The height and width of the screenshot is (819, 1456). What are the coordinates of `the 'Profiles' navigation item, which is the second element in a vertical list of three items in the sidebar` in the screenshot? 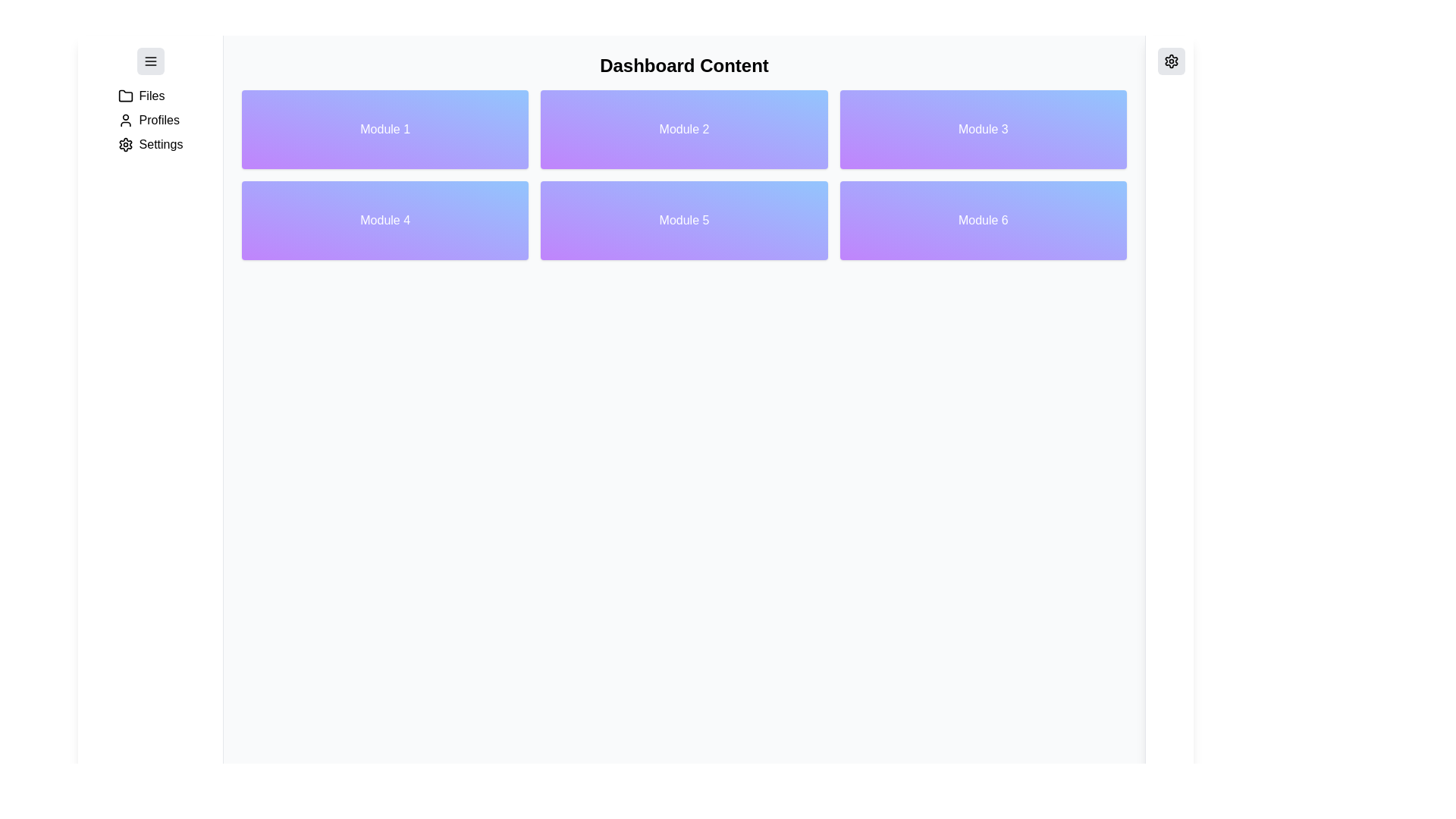 It's located at (150, 119).